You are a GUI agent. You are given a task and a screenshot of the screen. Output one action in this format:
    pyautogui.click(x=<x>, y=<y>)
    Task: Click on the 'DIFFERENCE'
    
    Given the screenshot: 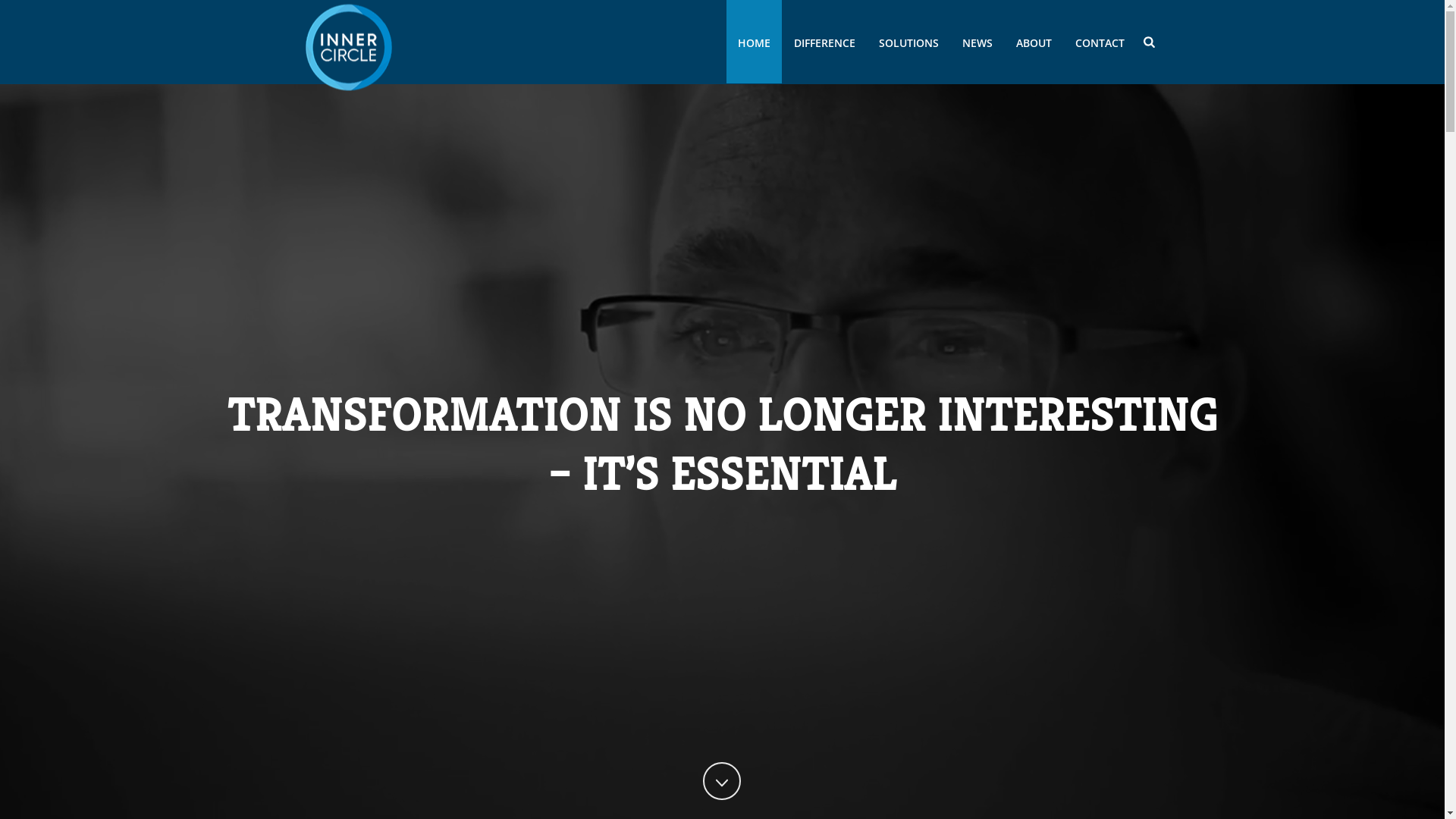 What is the action you would take?
    pyautogui.click(x=824, y=40)
    